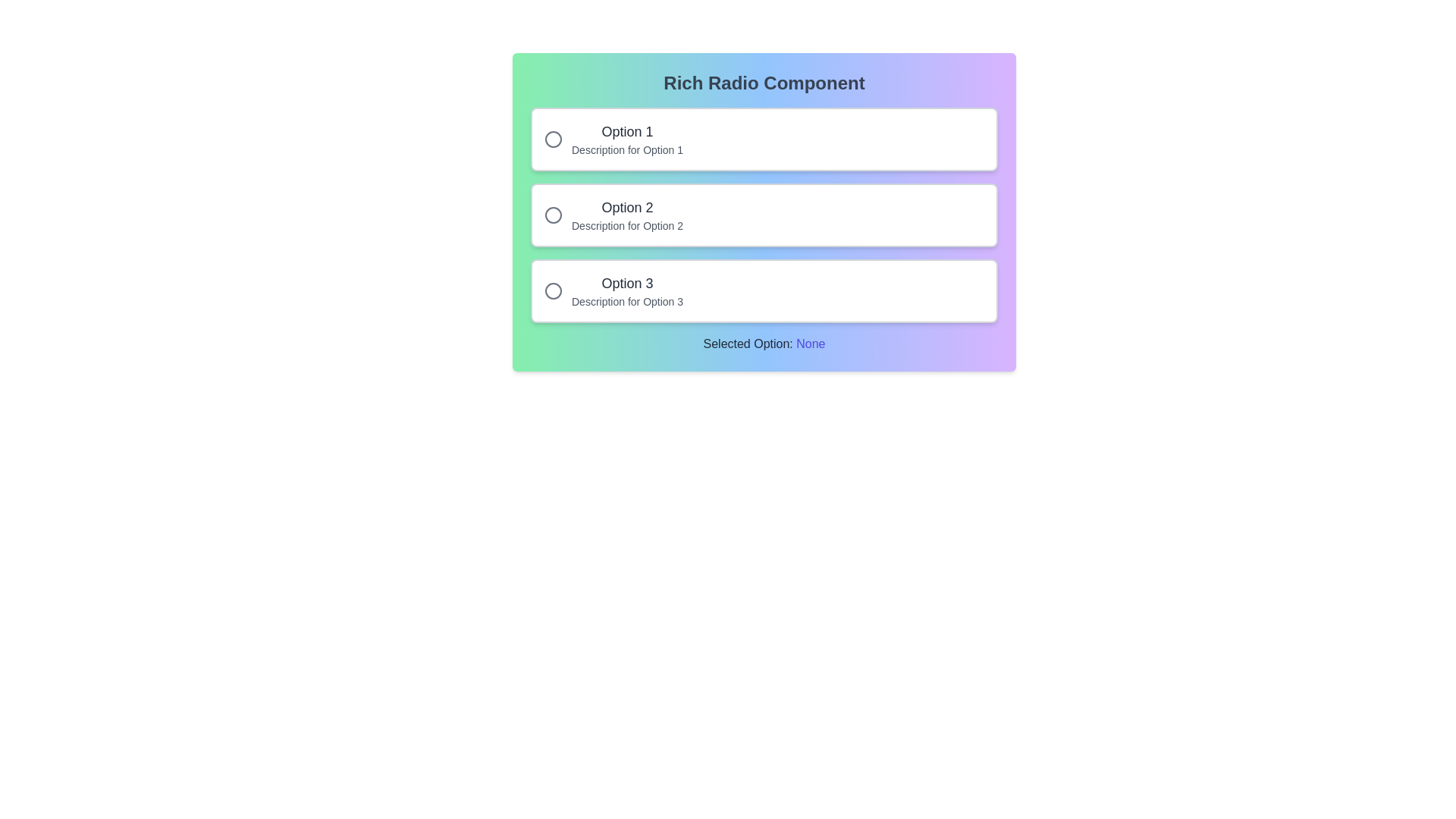 This screenshot has height=819, width=1456. Describe the element at coordinates (552, 291) in the screenshot. I see `the Circle (SVG element) that serves as a graphical part of the radio button component in the 'Option 3' section of the Rich Radio Component` at that location.